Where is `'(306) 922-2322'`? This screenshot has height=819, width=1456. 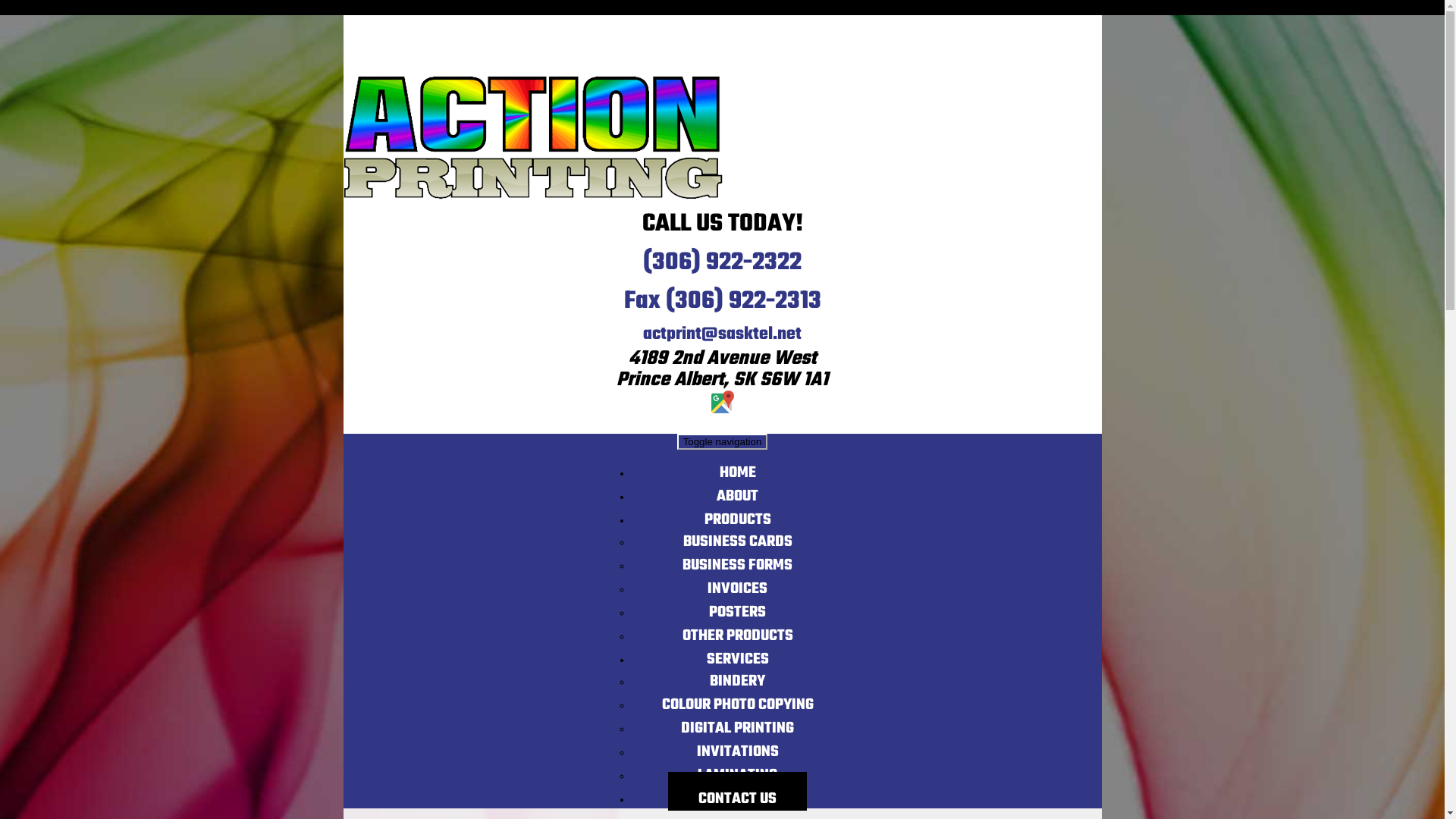 '(306) 922-2322' is located at coordinates (721, 262).